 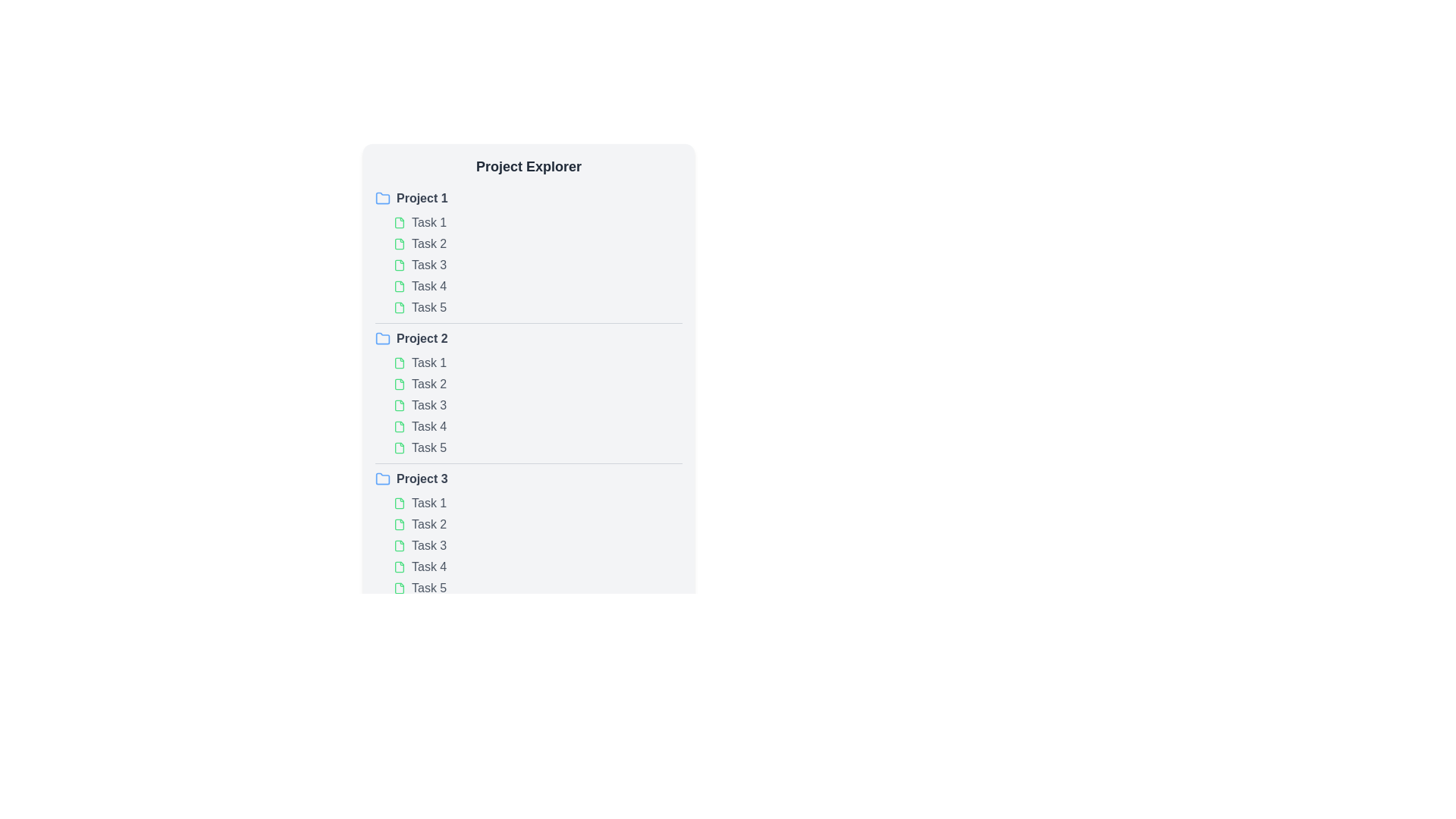 I want to click on the rectangular icon resembling a file or document with a white fill and green outline, located under the list entry labeled 'Task 5' in 'Project 2', so click(x=400, y=447).